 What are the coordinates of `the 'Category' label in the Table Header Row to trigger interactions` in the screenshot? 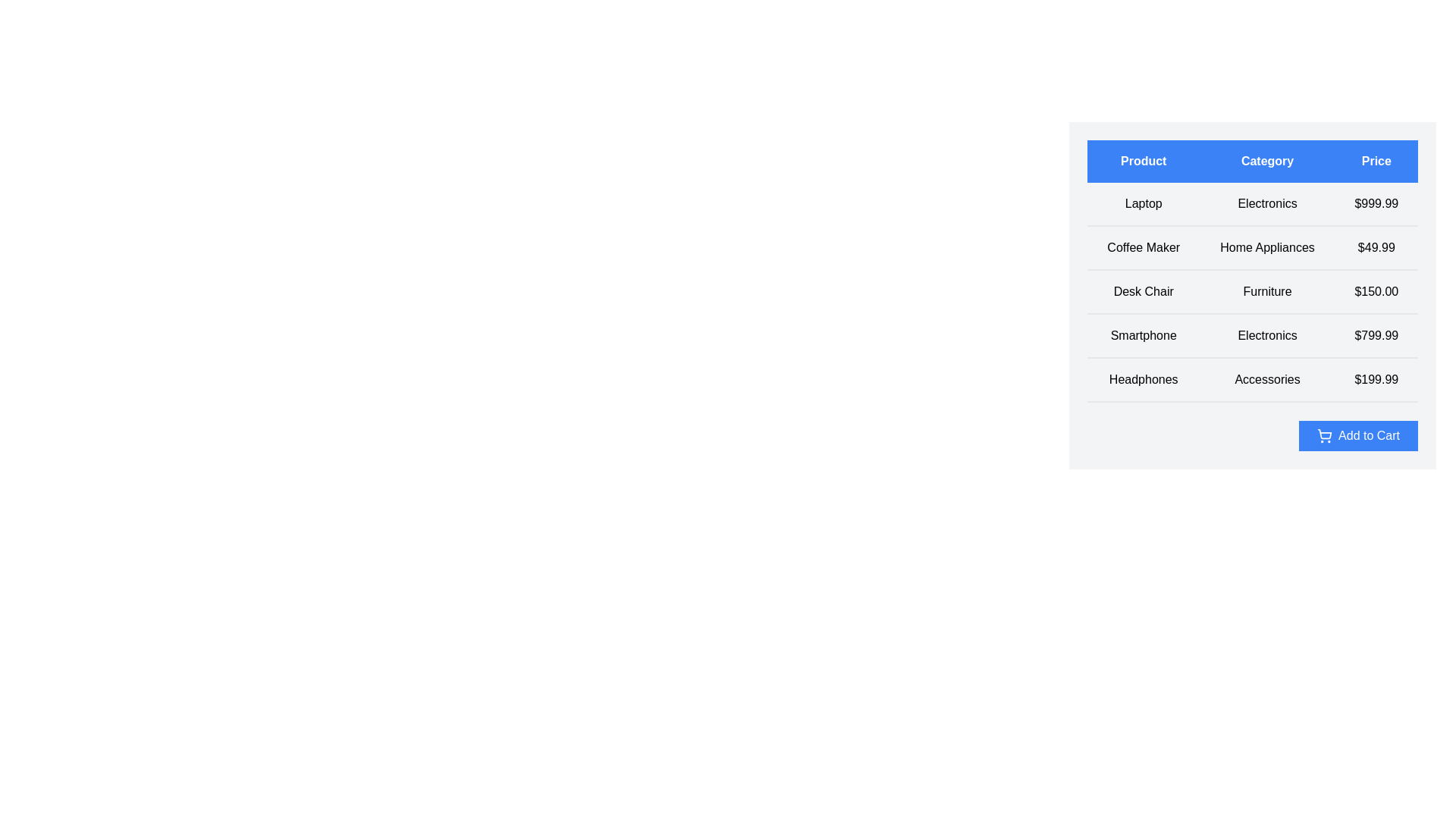 It's located at (1252, 161).